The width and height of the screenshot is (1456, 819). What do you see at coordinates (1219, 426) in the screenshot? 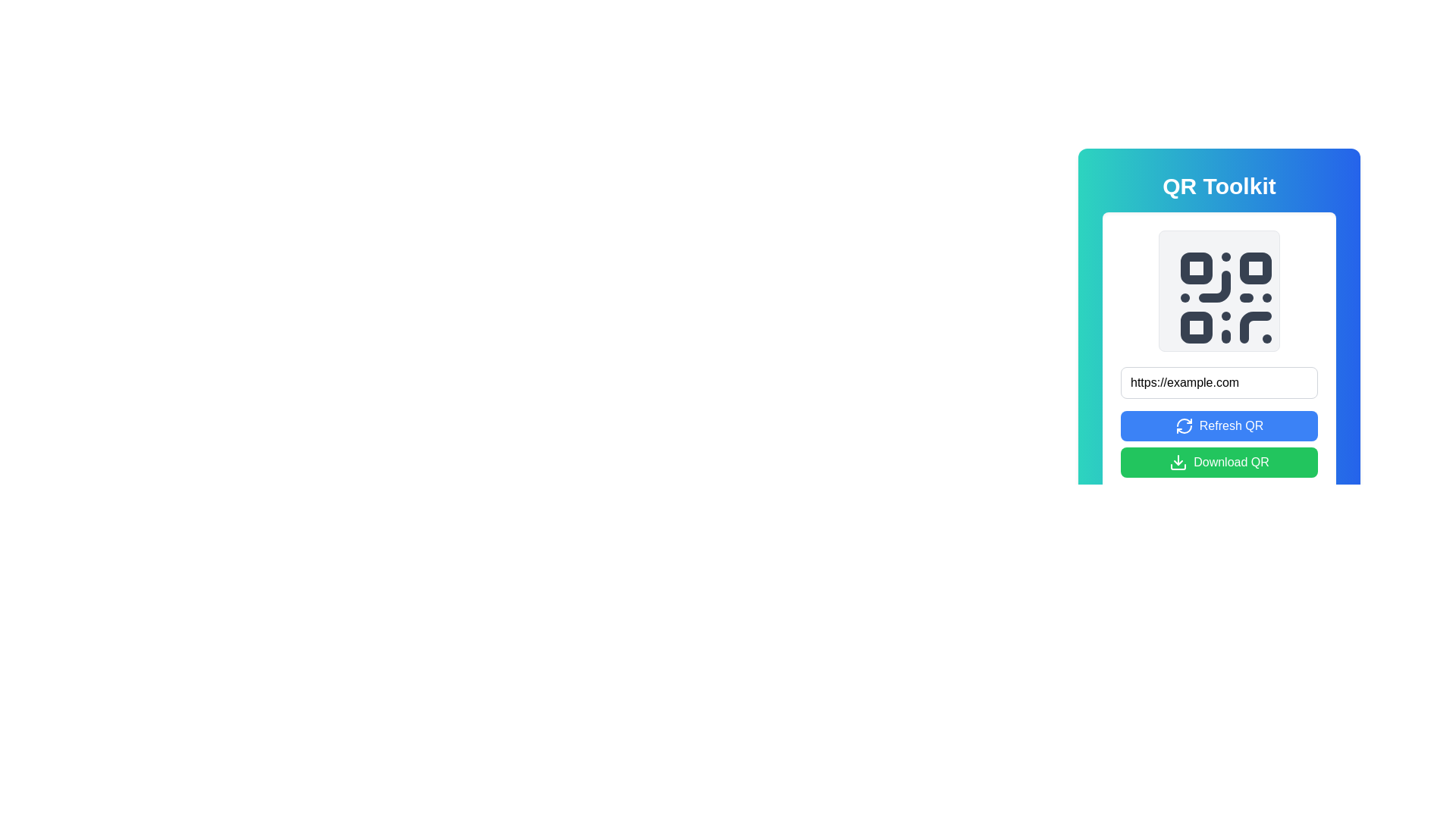
I see `the refresh button located above the 'Download QR' button to regenerate the displayed QR code` at bounding box center [1219, 426].